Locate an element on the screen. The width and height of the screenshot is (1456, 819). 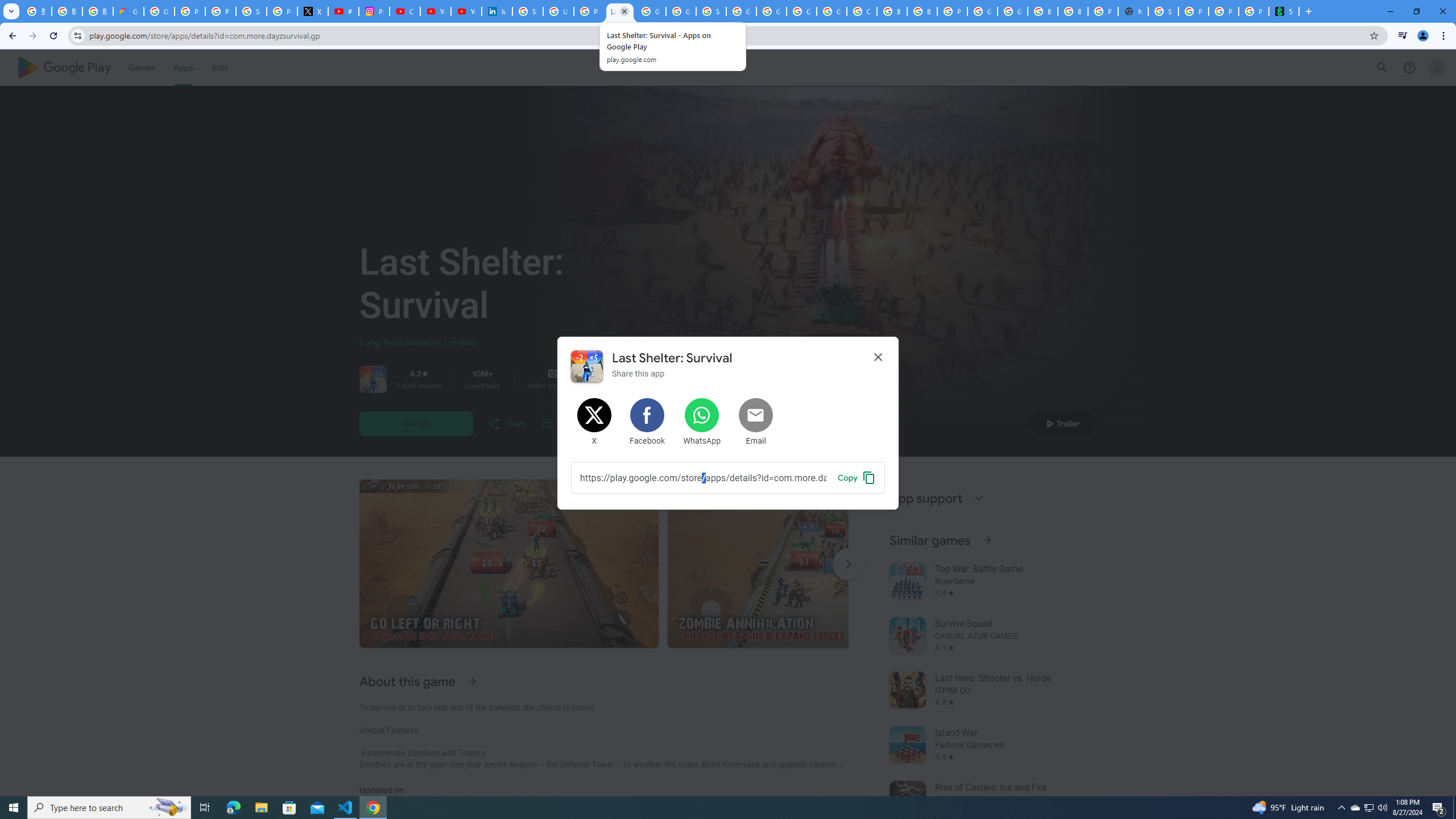
'Share on X (formerly Twitter)' is located at coordinates (594, 422).